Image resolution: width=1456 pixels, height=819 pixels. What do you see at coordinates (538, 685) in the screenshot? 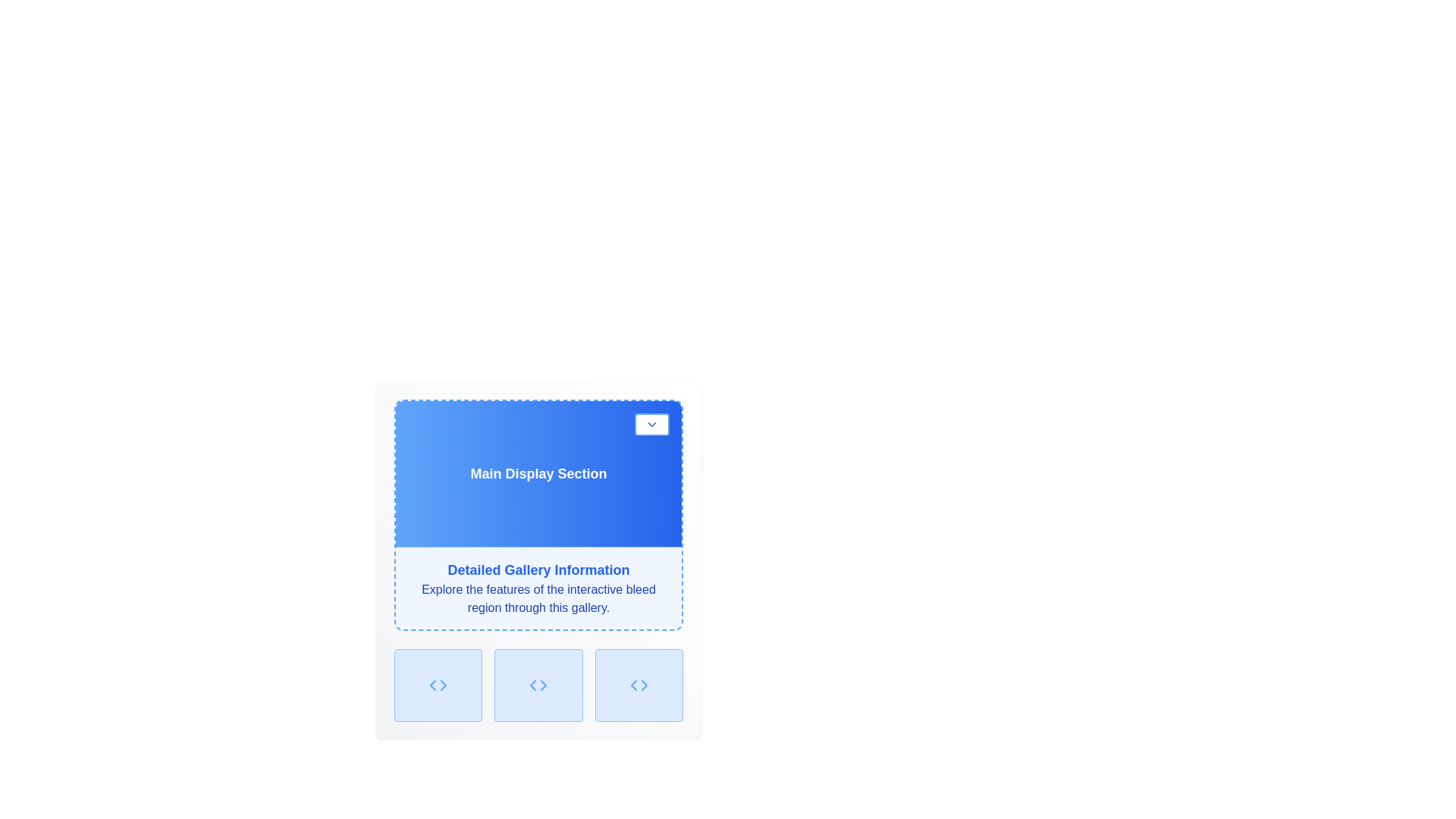
I see `the interactive grid cell with a code-themed SVG icon, which is the middle box in a three-cell grid layout beneath the 'Detailed Gallery Information' section` at bounding box center [538, 685].